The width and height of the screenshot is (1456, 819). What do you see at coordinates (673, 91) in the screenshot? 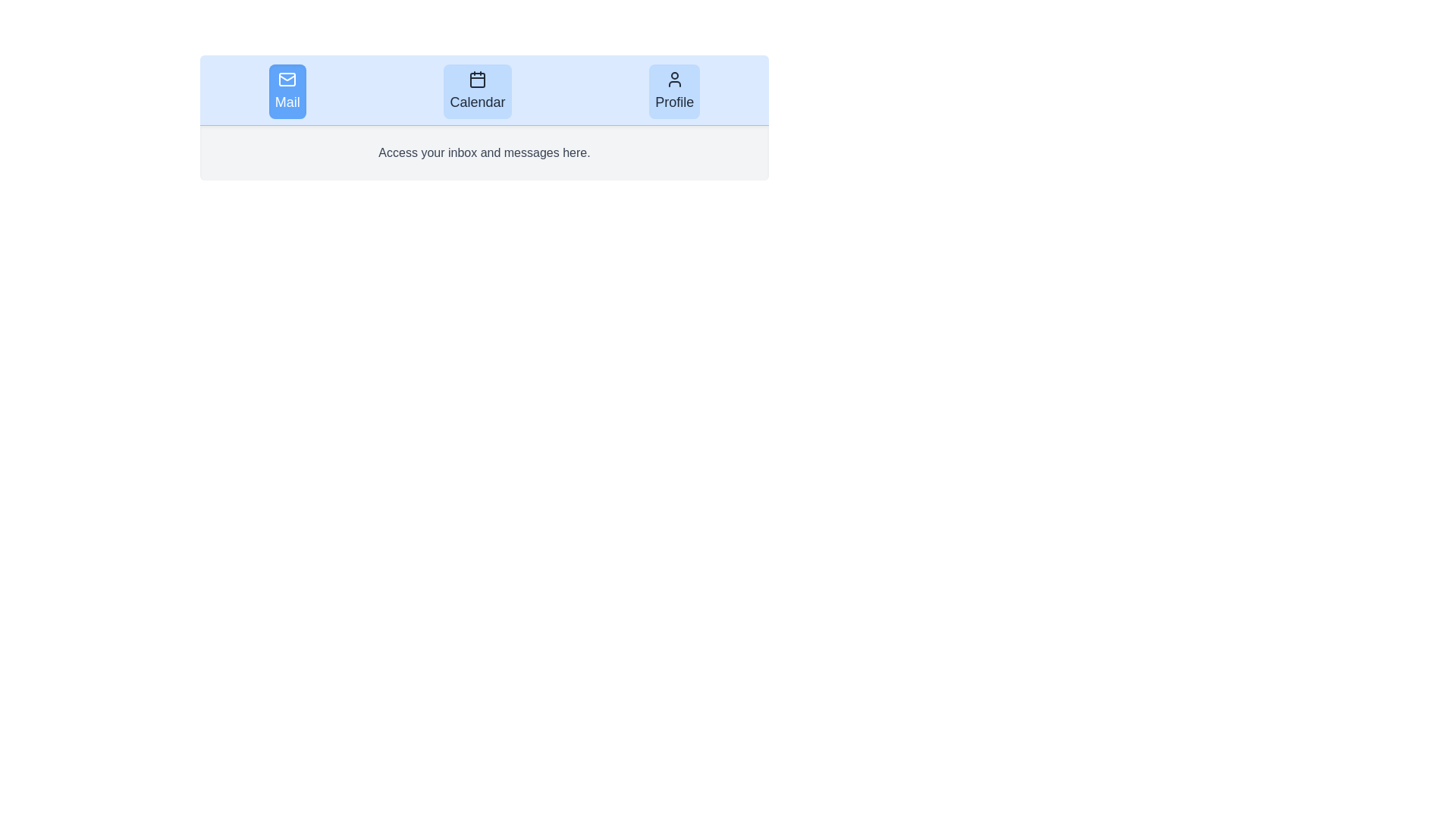
I see `the tab corresponding to Profile to view its content` at bounding box center [673, 91].